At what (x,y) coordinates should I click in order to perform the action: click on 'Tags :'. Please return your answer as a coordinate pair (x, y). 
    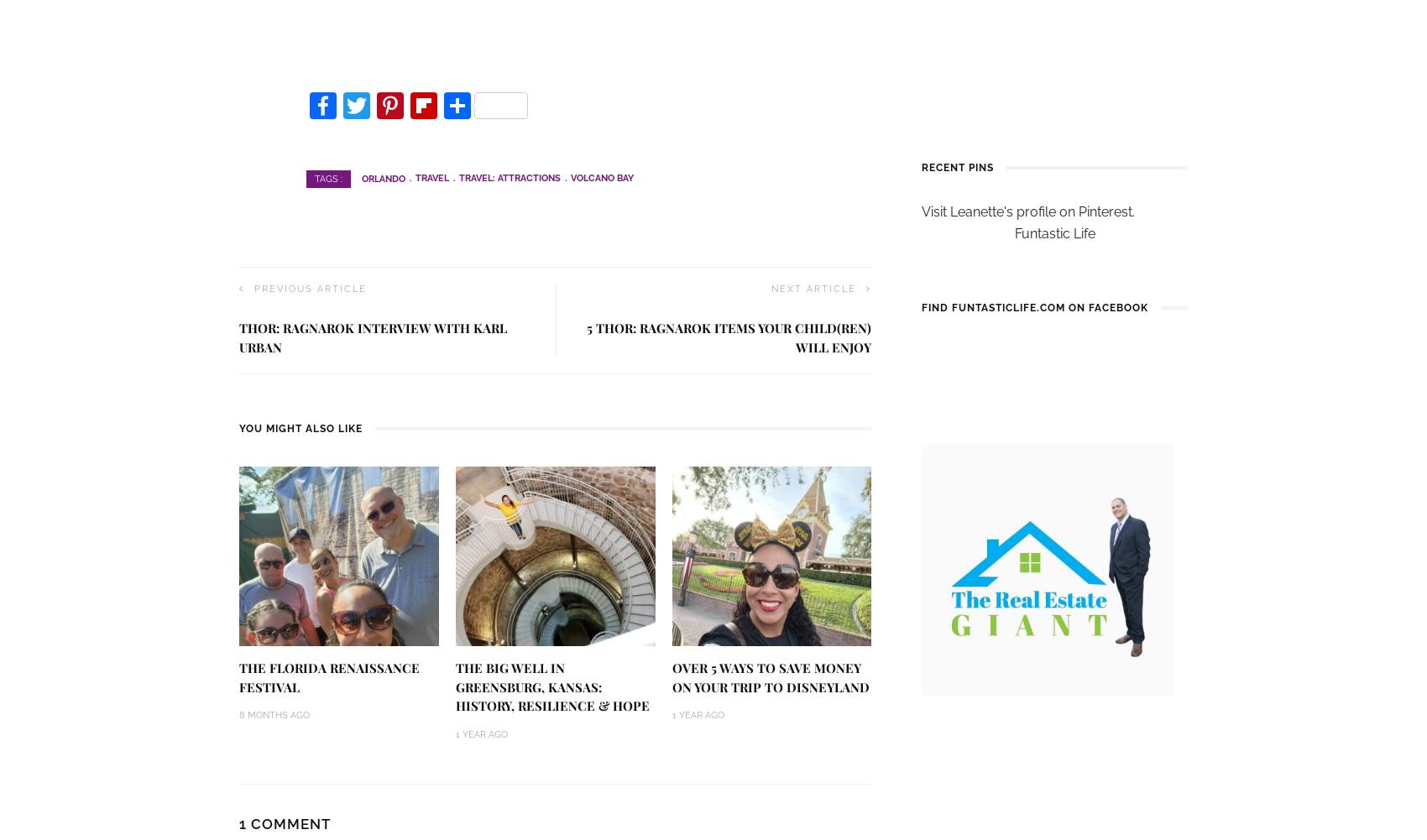
    Looking at the image, I should click on (314, 178).